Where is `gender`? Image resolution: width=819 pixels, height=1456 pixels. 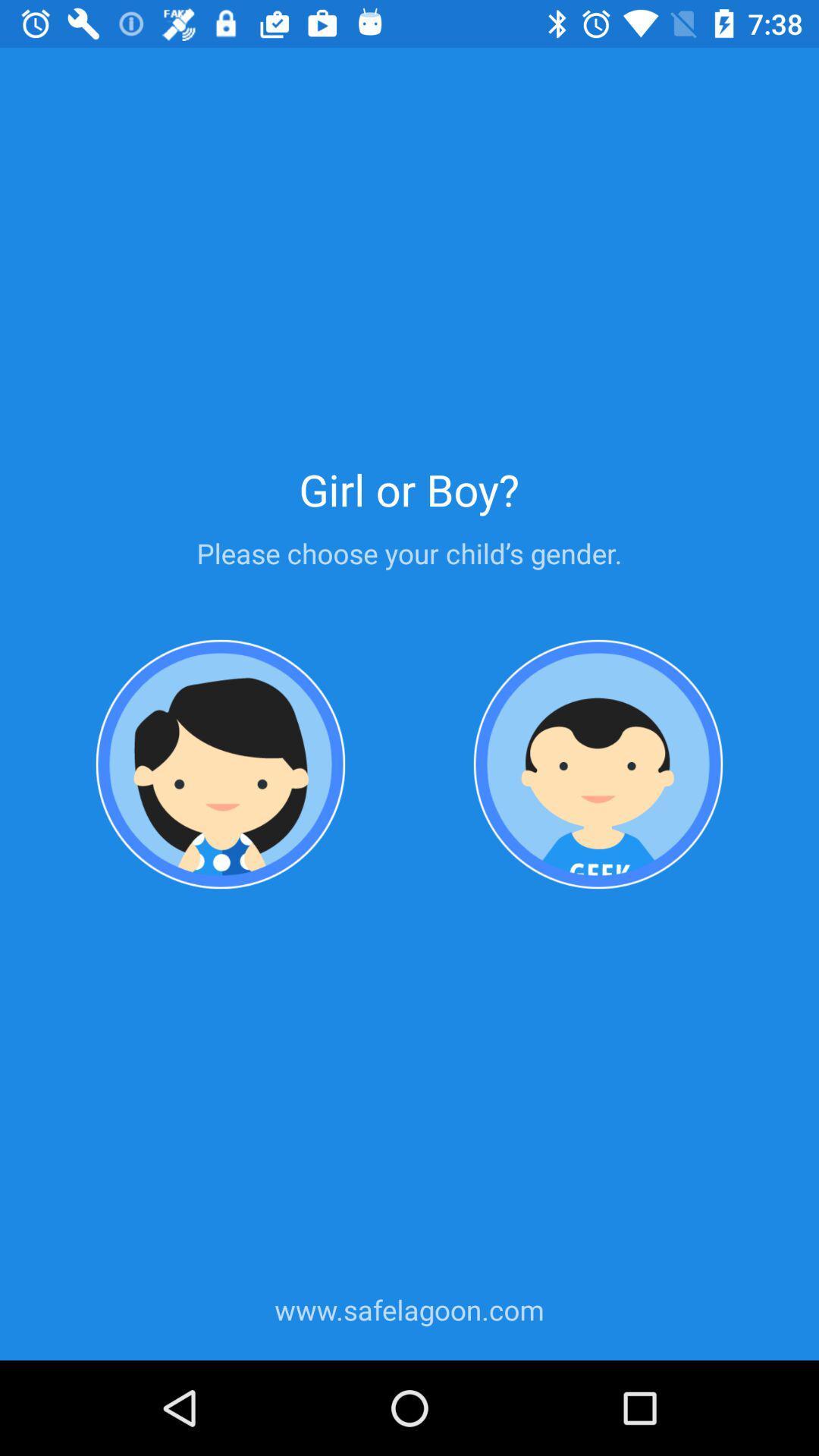
gender is located at coordinates (598, 765).